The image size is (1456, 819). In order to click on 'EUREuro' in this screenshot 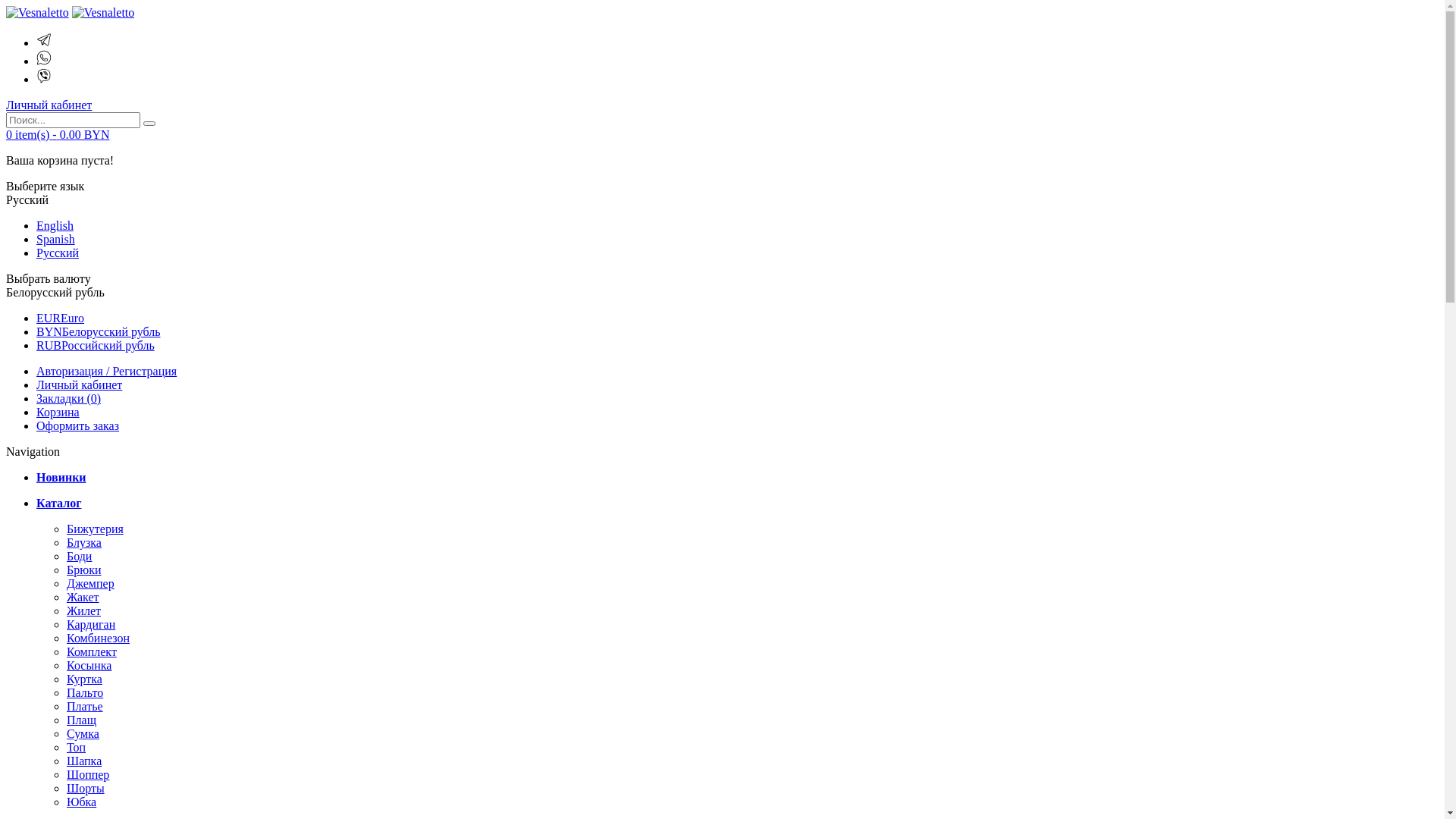, I will do `click(60, 317)`.